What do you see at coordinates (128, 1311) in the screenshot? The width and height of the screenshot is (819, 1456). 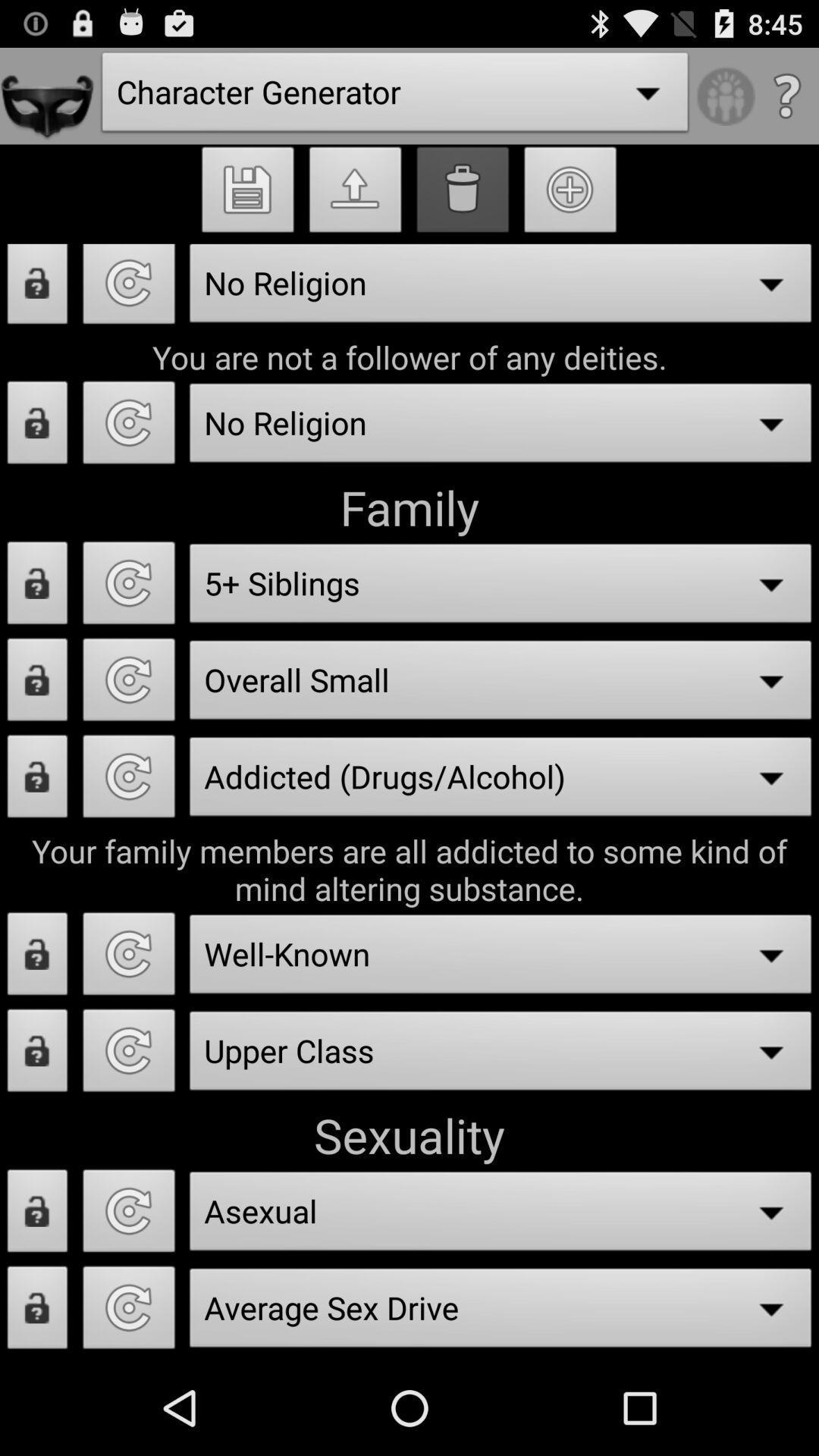 I see `average sex drive` at bounding box center [128, 1311].